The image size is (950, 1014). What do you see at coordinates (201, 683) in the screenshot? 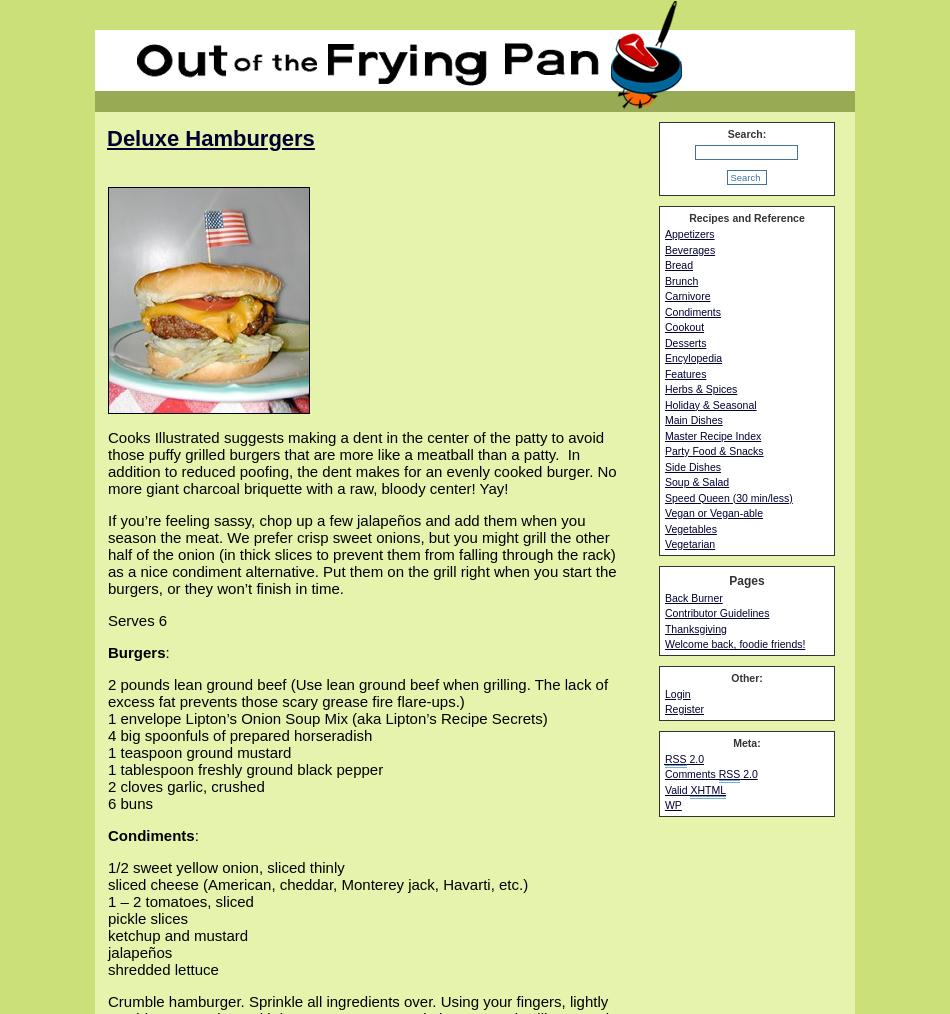
I see `'2 pounds lean ground beef  ('` at bounding box center [201, 683].